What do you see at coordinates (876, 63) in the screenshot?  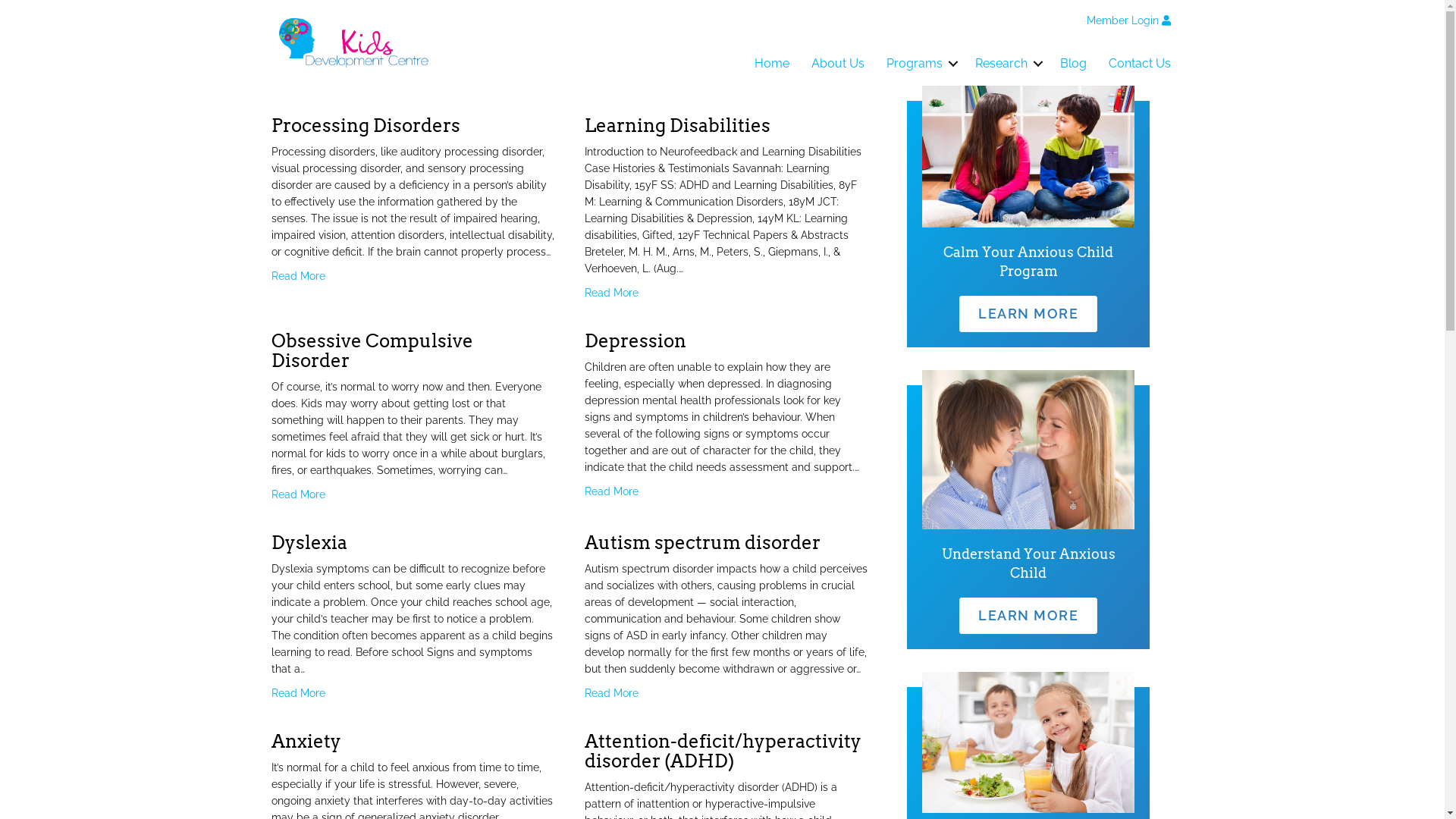 I see `'Programs'` at bounding box center [876, 63].